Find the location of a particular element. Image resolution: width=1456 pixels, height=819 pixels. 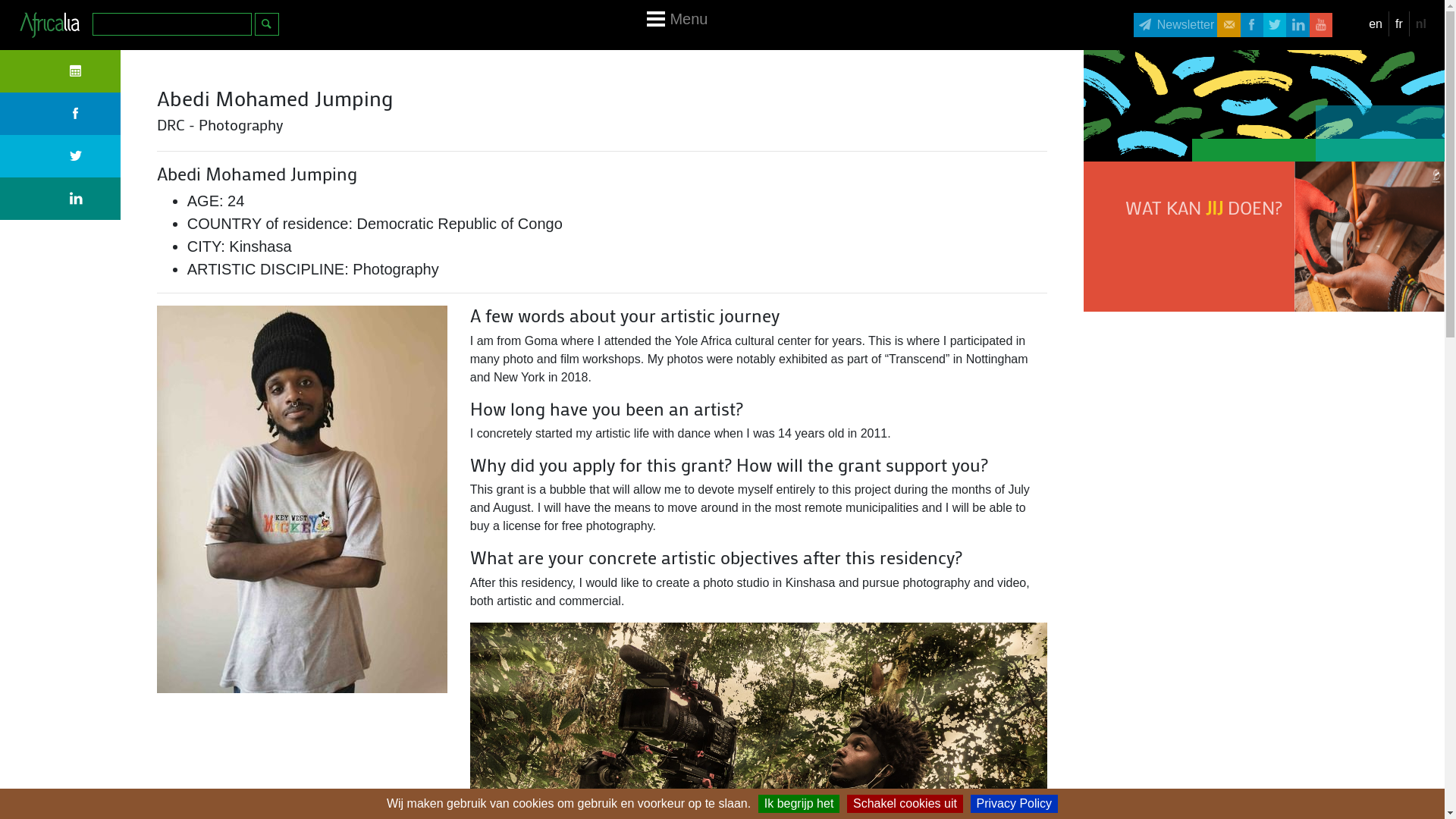

'Zoeken' is located at coordinates (255, 24).